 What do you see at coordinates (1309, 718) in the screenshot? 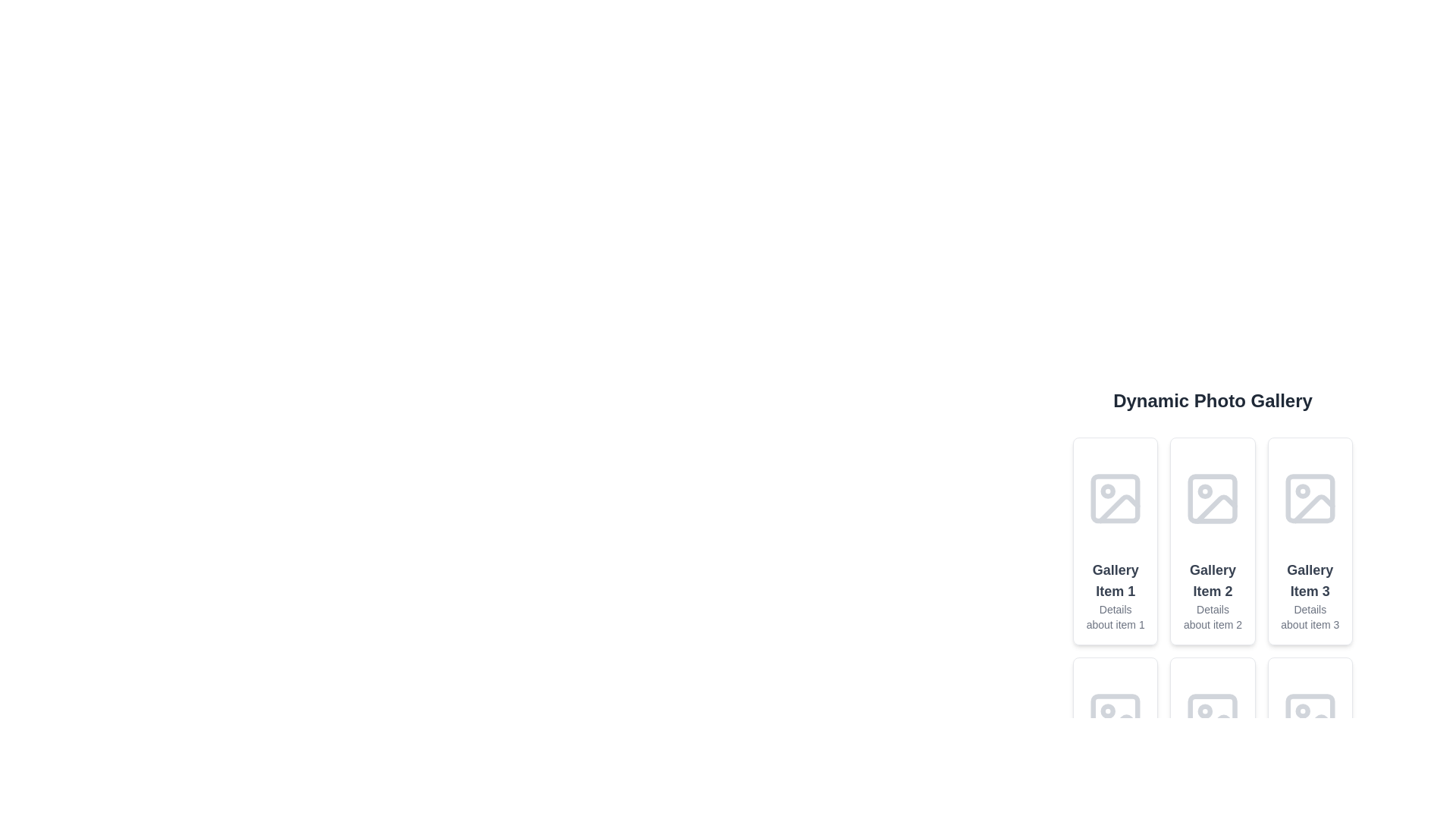
I see `the minimalistic Placeholder Image Icon, which is a light gray rectangle with a circular element inside and a diagonal line, located above the text 'Gallery Item 6' within the outlined gallery card` at bounding box center [1309, 718].